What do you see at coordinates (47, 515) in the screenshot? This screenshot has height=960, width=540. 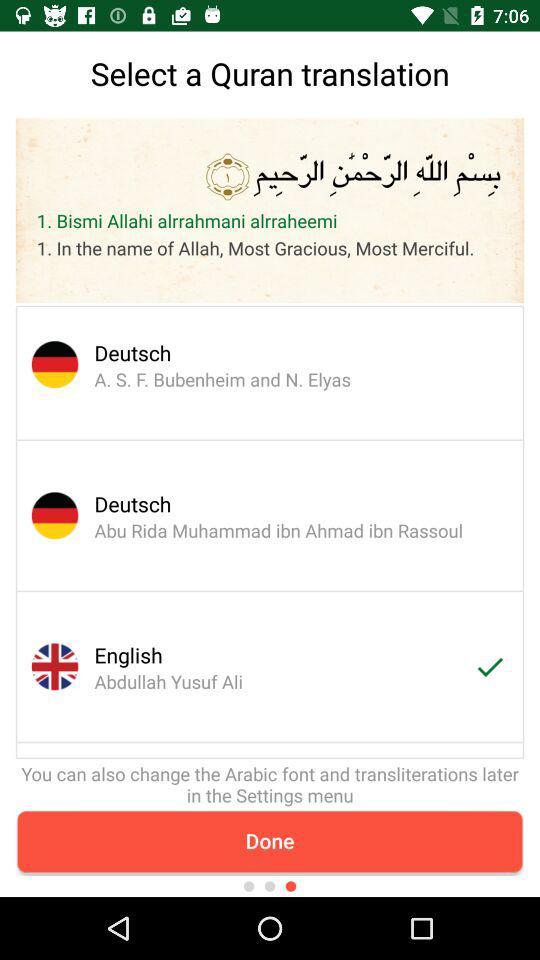 I see `the circular image which has got german flag which is above english abdullah yusuf ali` at bounding box center [47, 515].